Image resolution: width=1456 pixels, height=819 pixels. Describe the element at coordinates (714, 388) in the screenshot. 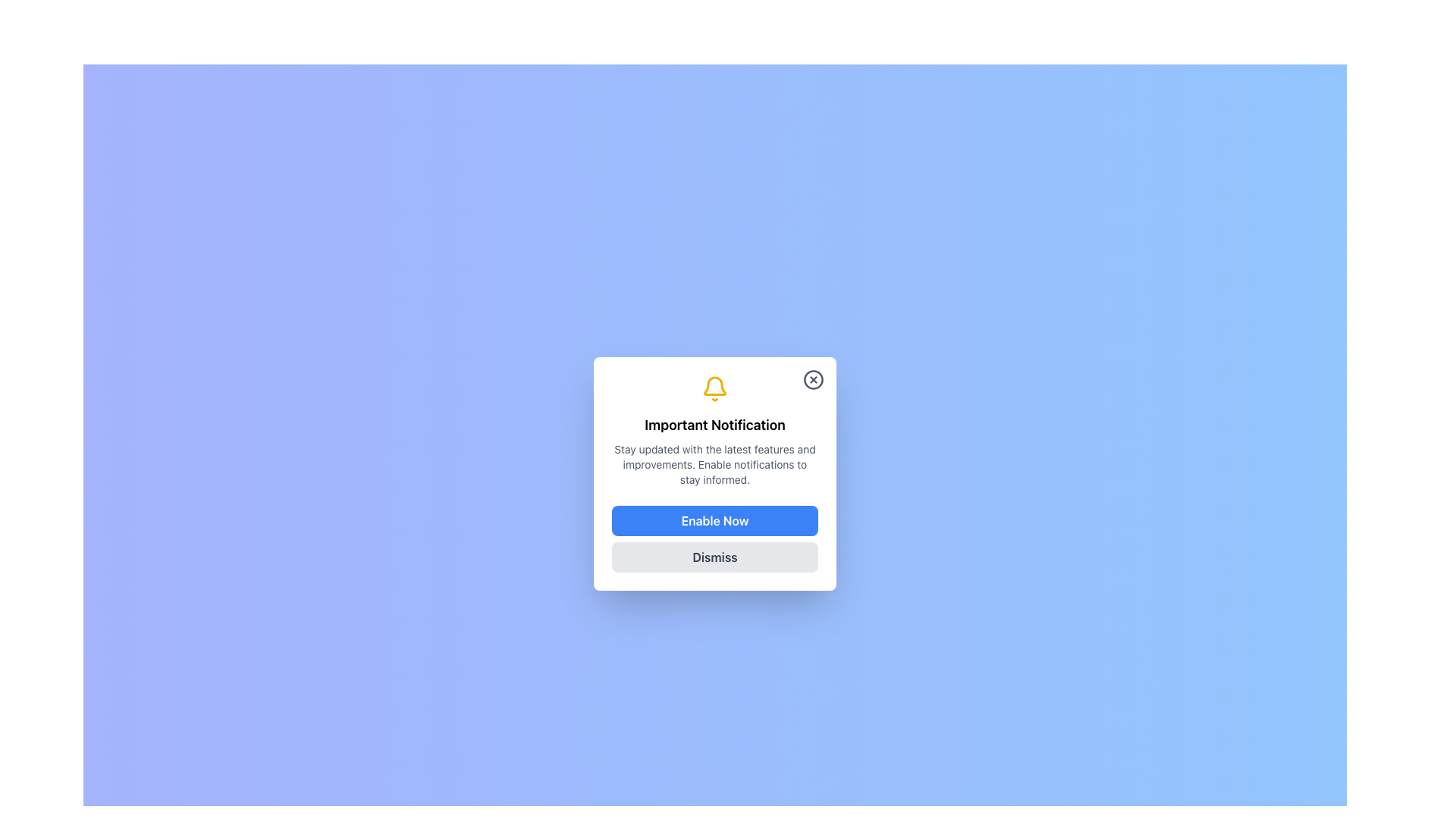

I see `the decorative bell icon at the upper part of the notification dialog, which serves as a visual representation of notifications` at that location.